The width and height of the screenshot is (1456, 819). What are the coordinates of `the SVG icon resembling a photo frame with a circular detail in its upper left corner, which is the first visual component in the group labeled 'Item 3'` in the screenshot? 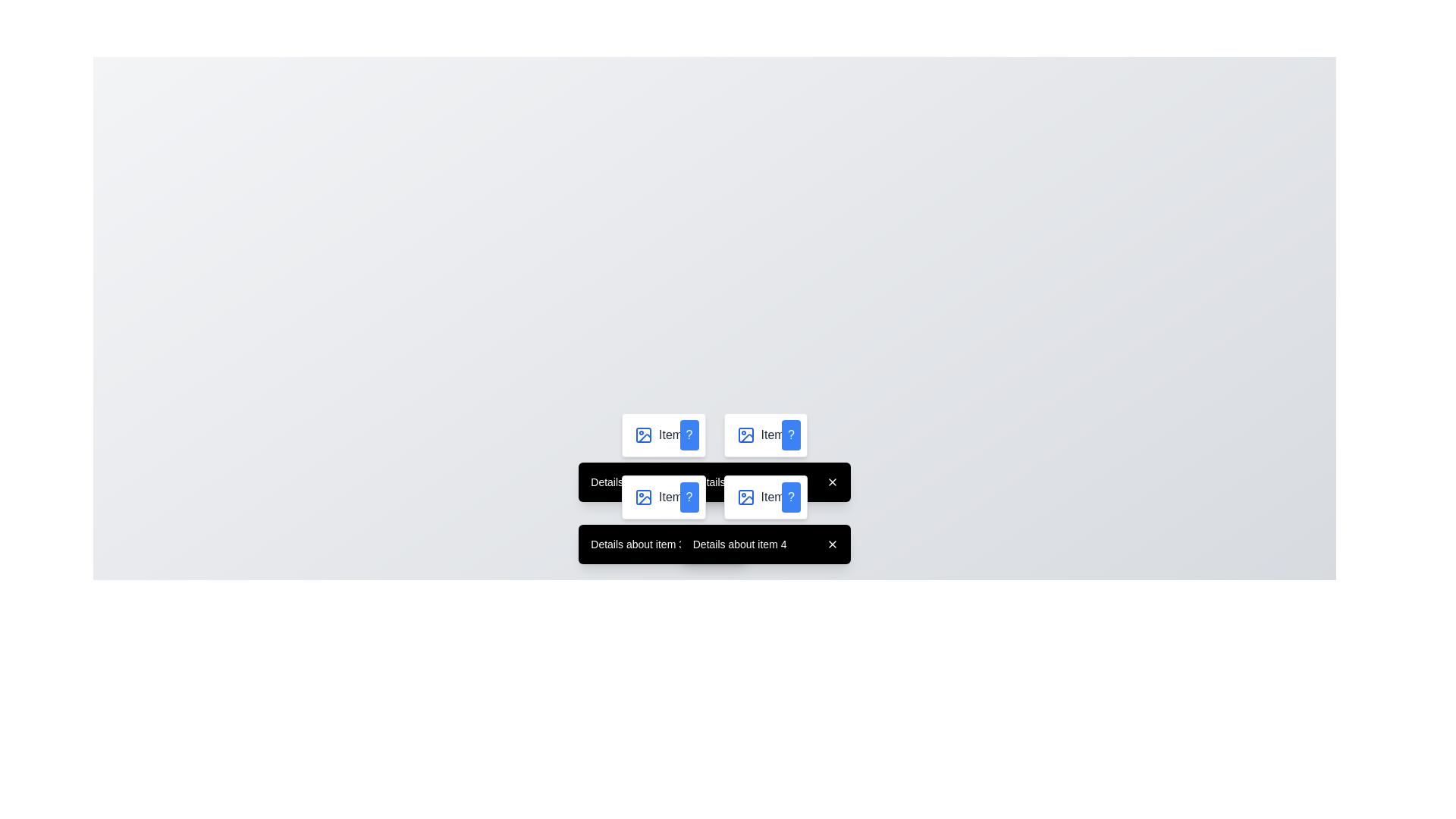 It's located at (644, 497).